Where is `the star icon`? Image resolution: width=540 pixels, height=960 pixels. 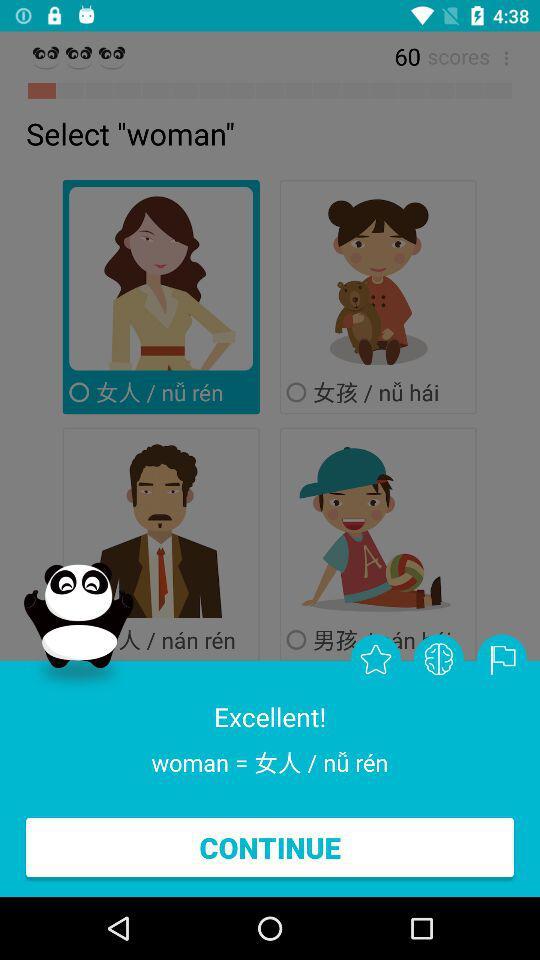
the star icon is located at coordinates (375, 658).